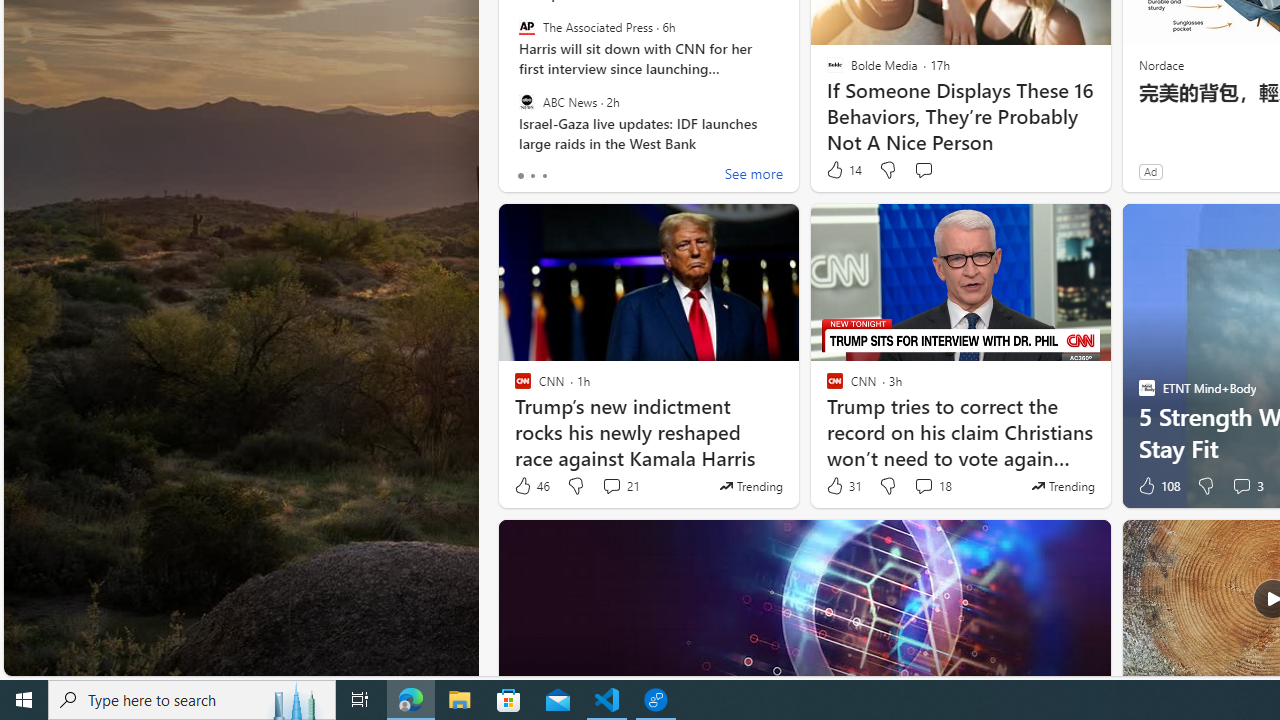 Image resolution: width=1280 pixels, height=720 pixels. Describe the element at coordinates (931, 486) in the screenshot. I see `'View comments 18 Comment'` at that location.